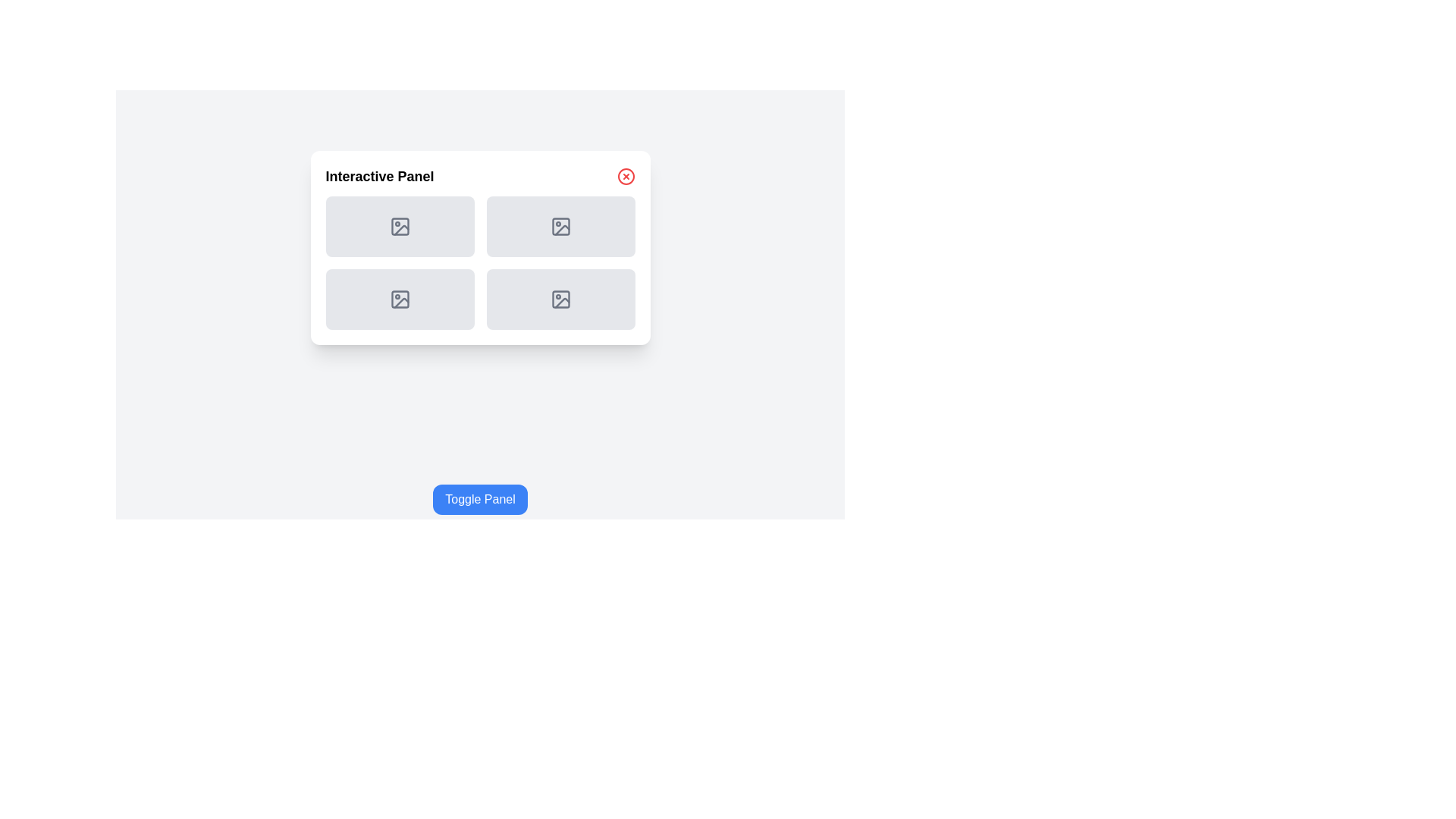 Image resolution: width=1456 pixels, height=819 pixels. Describe the element at coordinates (561, 303) in the screenshot. I see `the appearance of the SVG icon located in the bottom-right tile of a 2x2 grid, which features a diagonal line and an intersecting curve` at that location.